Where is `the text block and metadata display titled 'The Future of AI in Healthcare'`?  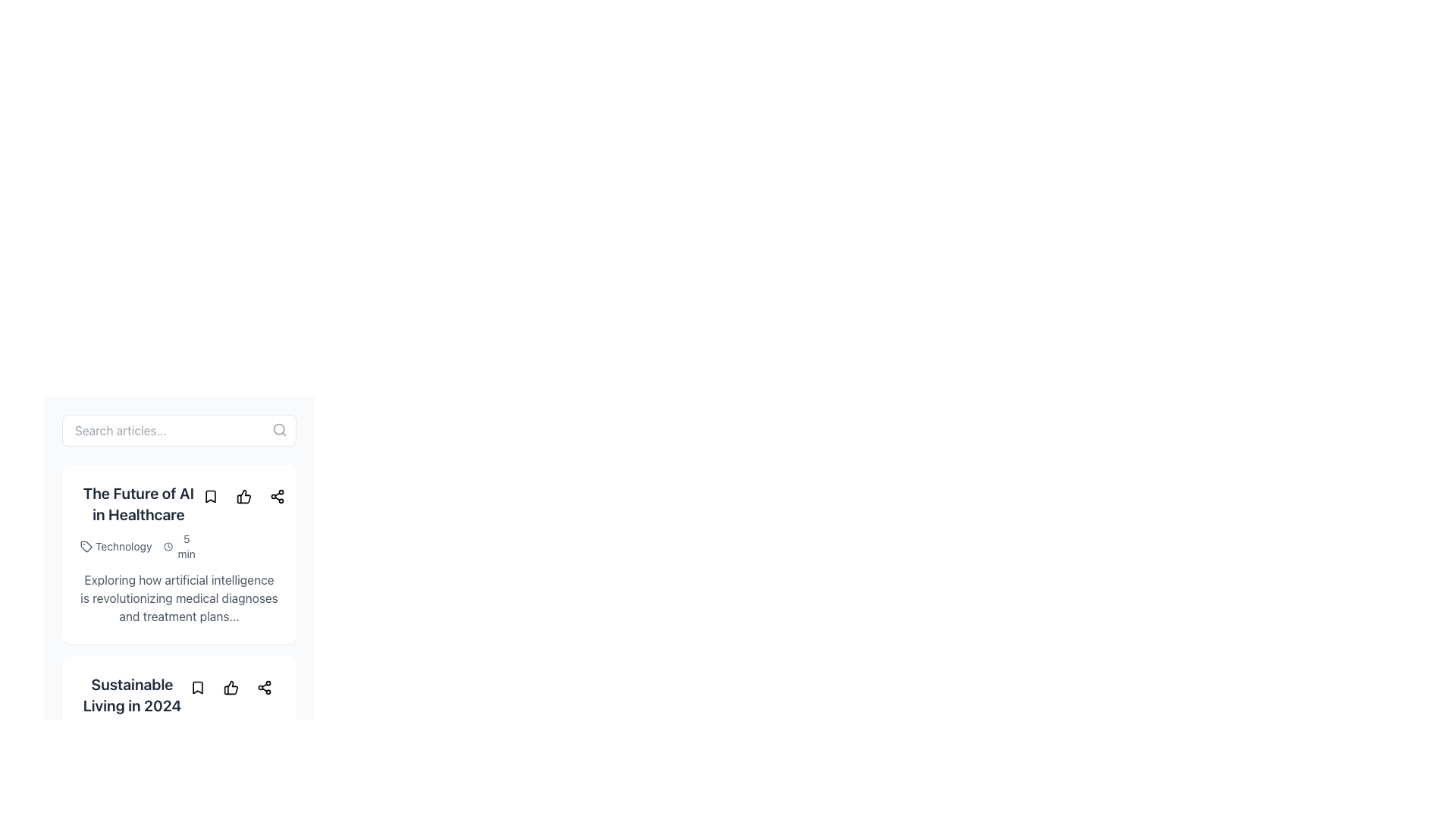
the text block and metadata display titled 'The Future of AI in Healthcare' is located at coordinates (138, 522).